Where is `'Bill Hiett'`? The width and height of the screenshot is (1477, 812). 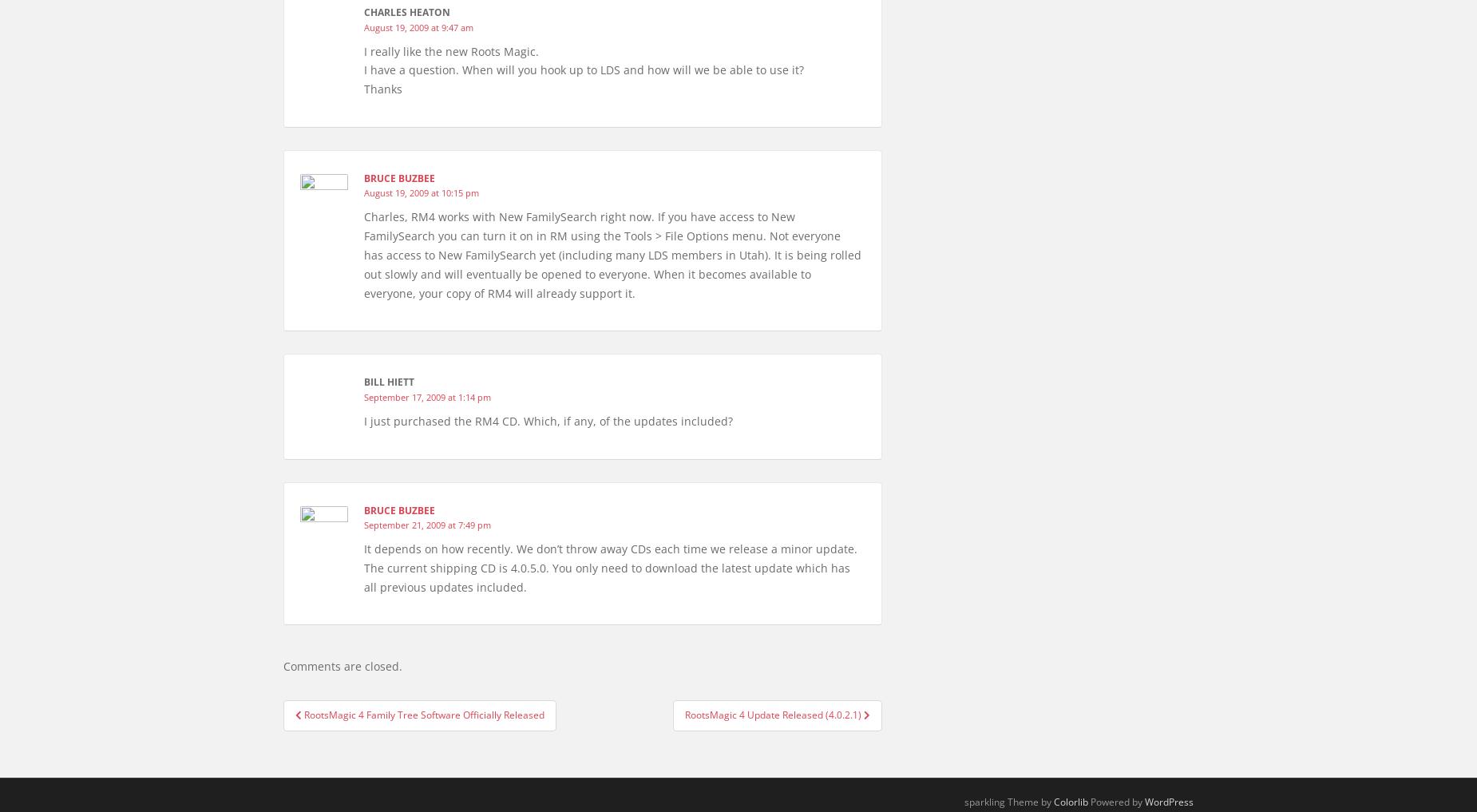
'Bill Hiett' is located at coordinates (389, 381).